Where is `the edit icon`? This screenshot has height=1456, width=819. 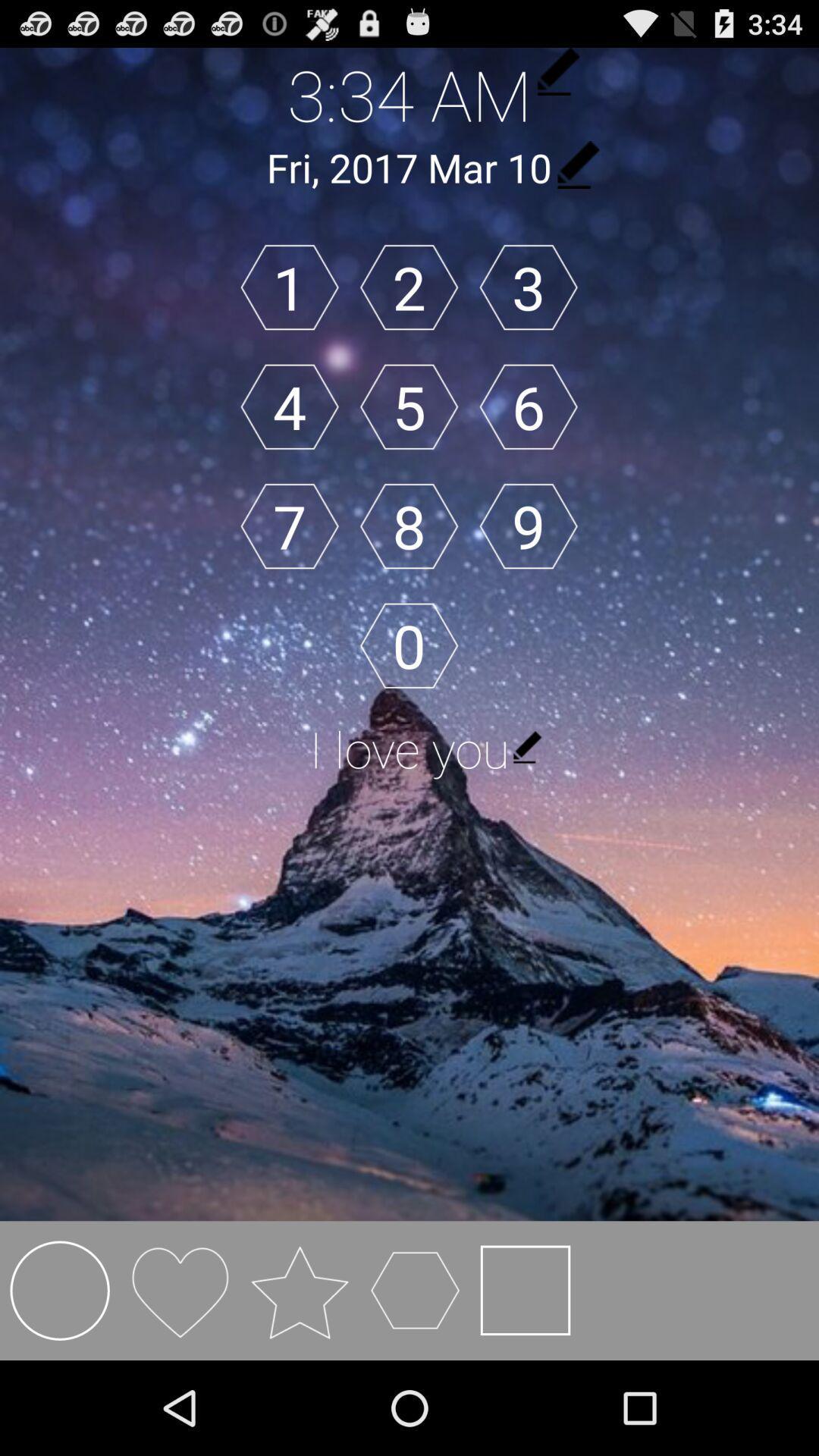 the edit icon is located at coordinates (555, 76).